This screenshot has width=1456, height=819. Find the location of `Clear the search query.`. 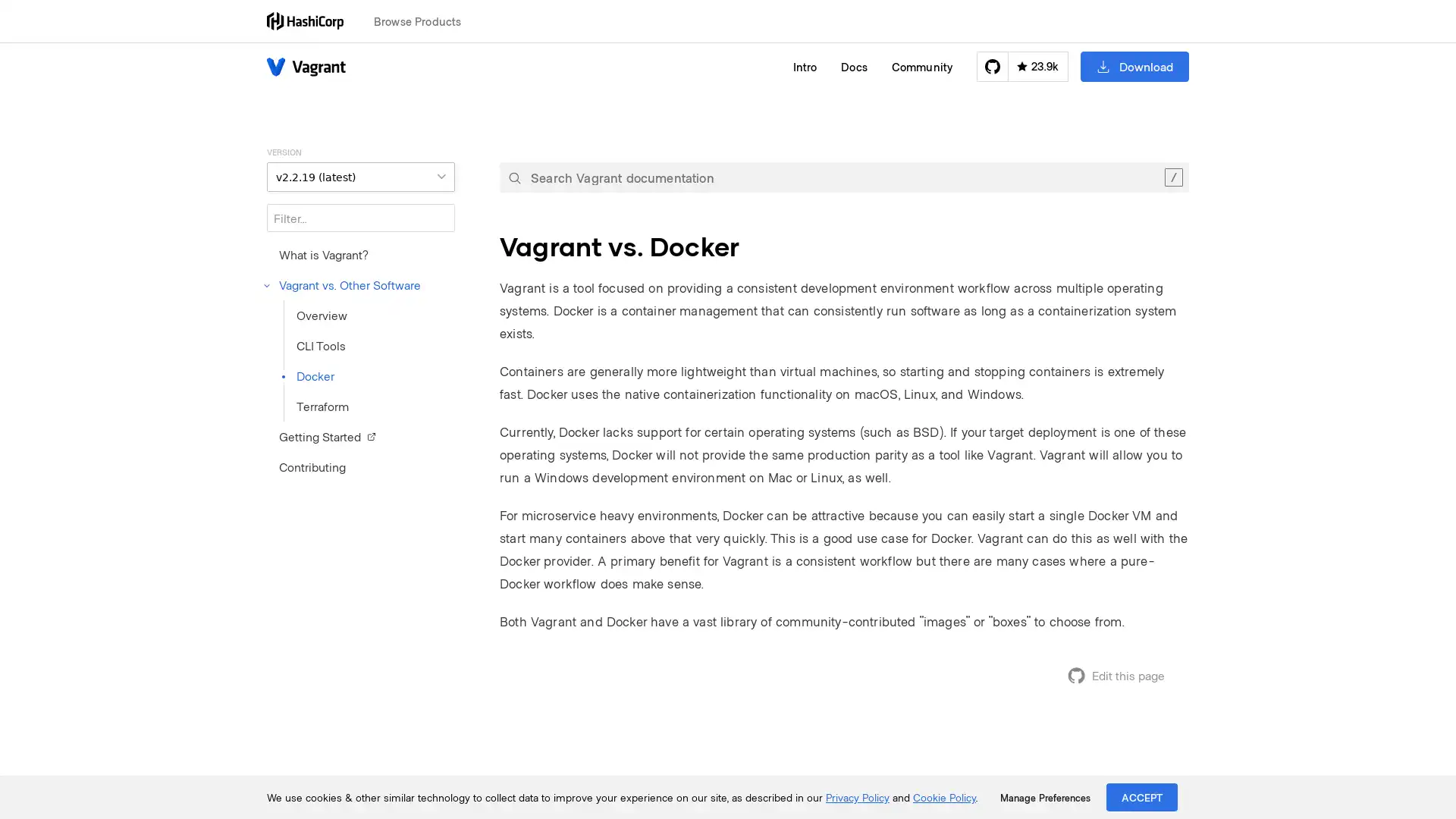

Clear the search query. is located at coordinates (1172, 177).